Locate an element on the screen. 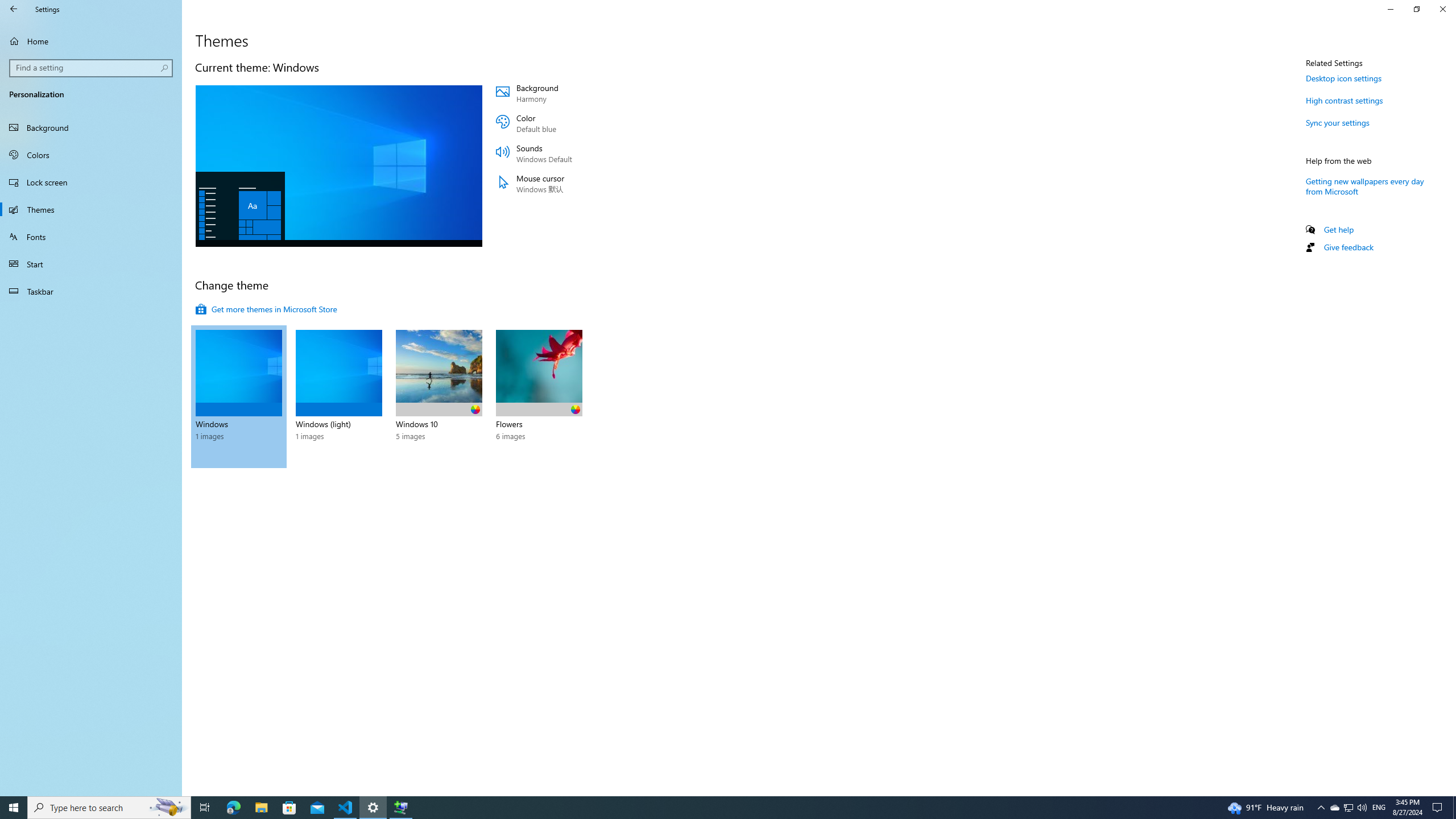 The width and height of the screenshot is (1456, 819). 'Themes' is located at coordinates (90, 209).